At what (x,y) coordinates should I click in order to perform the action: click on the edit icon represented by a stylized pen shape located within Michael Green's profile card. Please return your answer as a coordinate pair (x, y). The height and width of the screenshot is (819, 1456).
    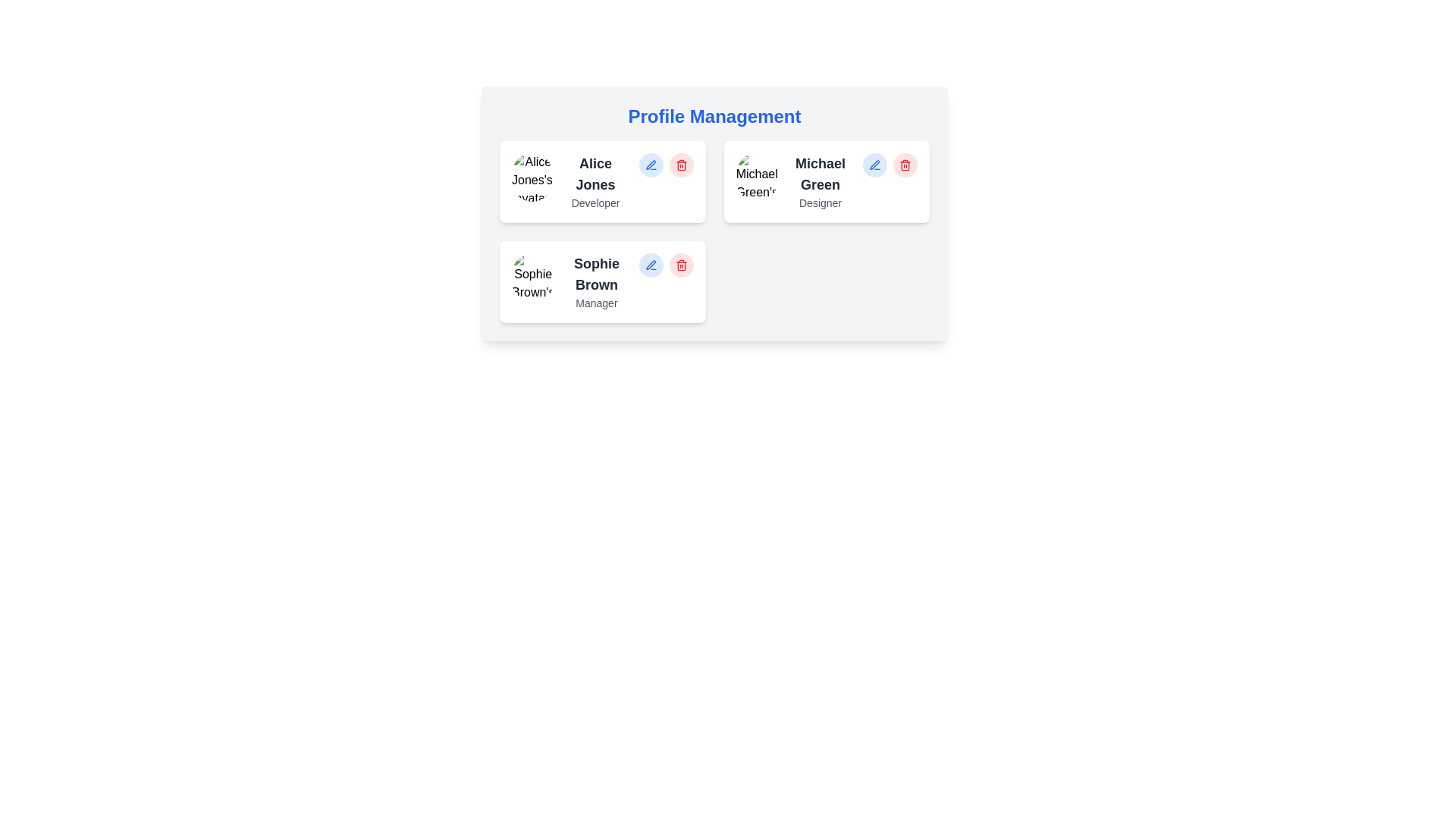
    Looking at the image, I should click on (874, 165).